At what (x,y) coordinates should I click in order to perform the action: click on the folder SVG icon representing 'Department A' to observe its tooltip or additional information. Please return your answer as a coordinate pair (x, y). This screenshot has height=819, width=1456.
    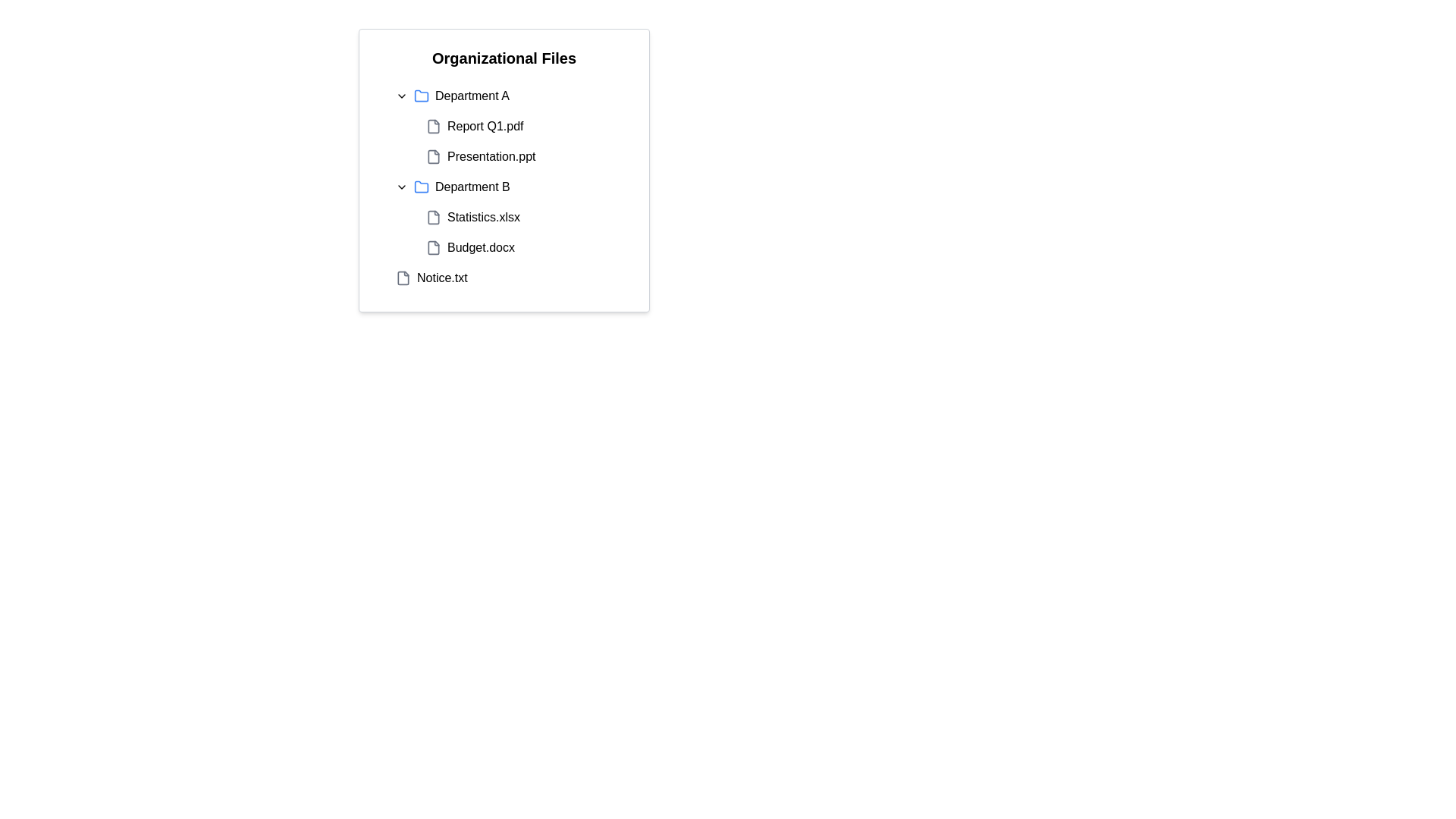
    Looking at the image, I should click on (422, 96).